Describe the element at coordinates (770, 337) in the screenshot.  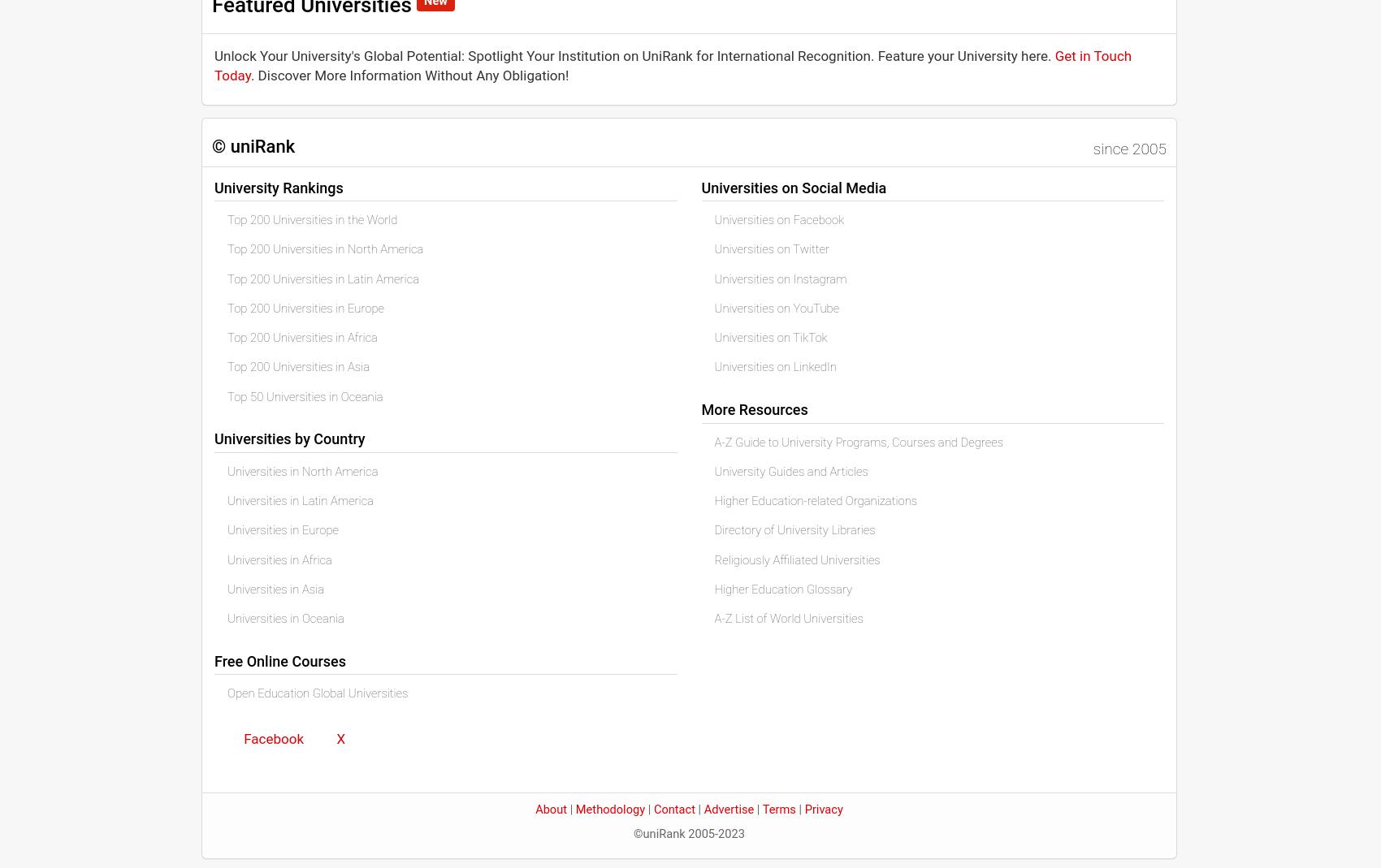
I see `'Universities on TikTok'` at that location.